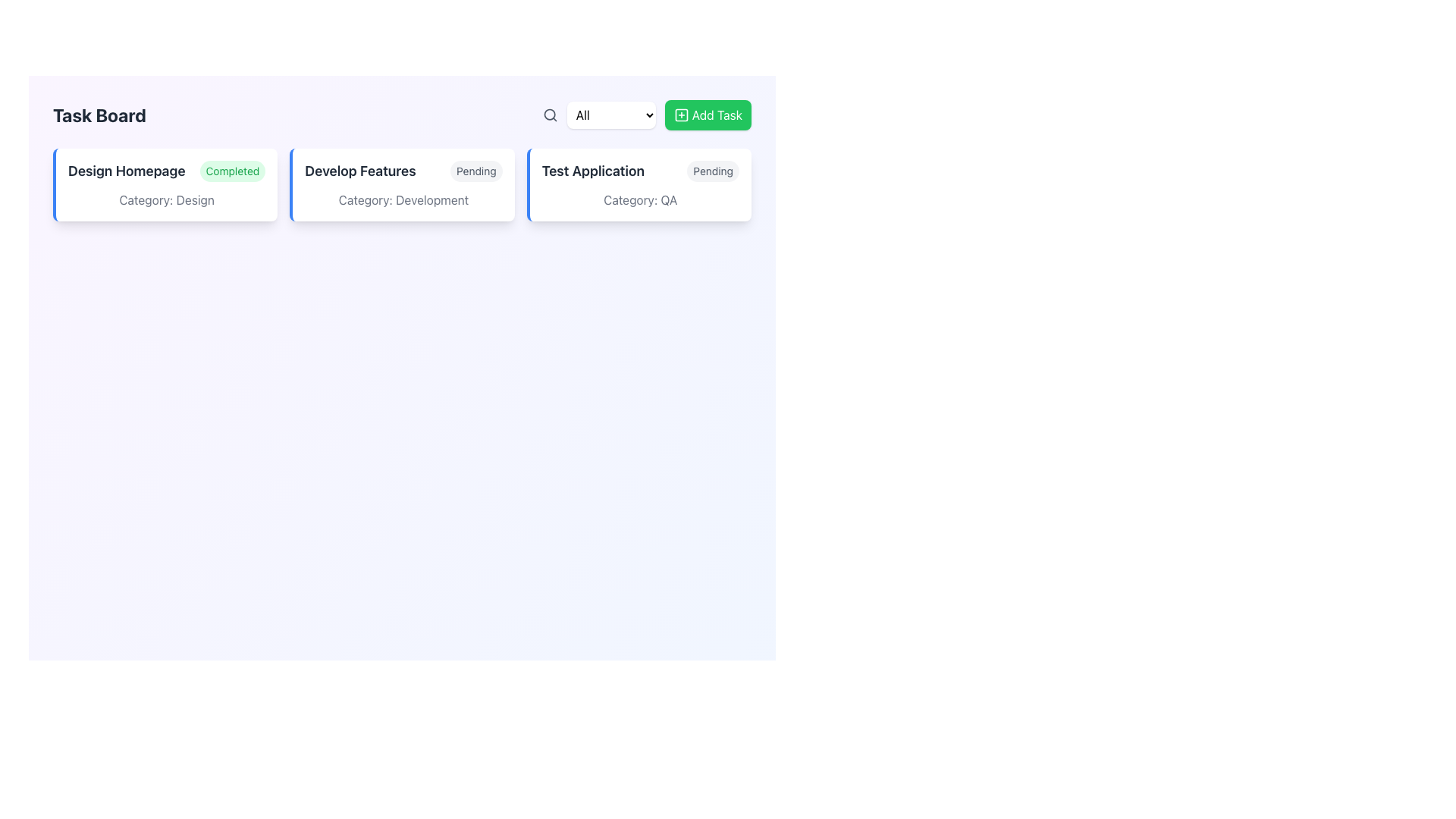  What do you see at coordinates (359, 171) in the screenshot?
I see `the text label indicating the title 'Develop Features' within the task board, which serves as a descriptive header for the task content` at bounding box center [359, 171].